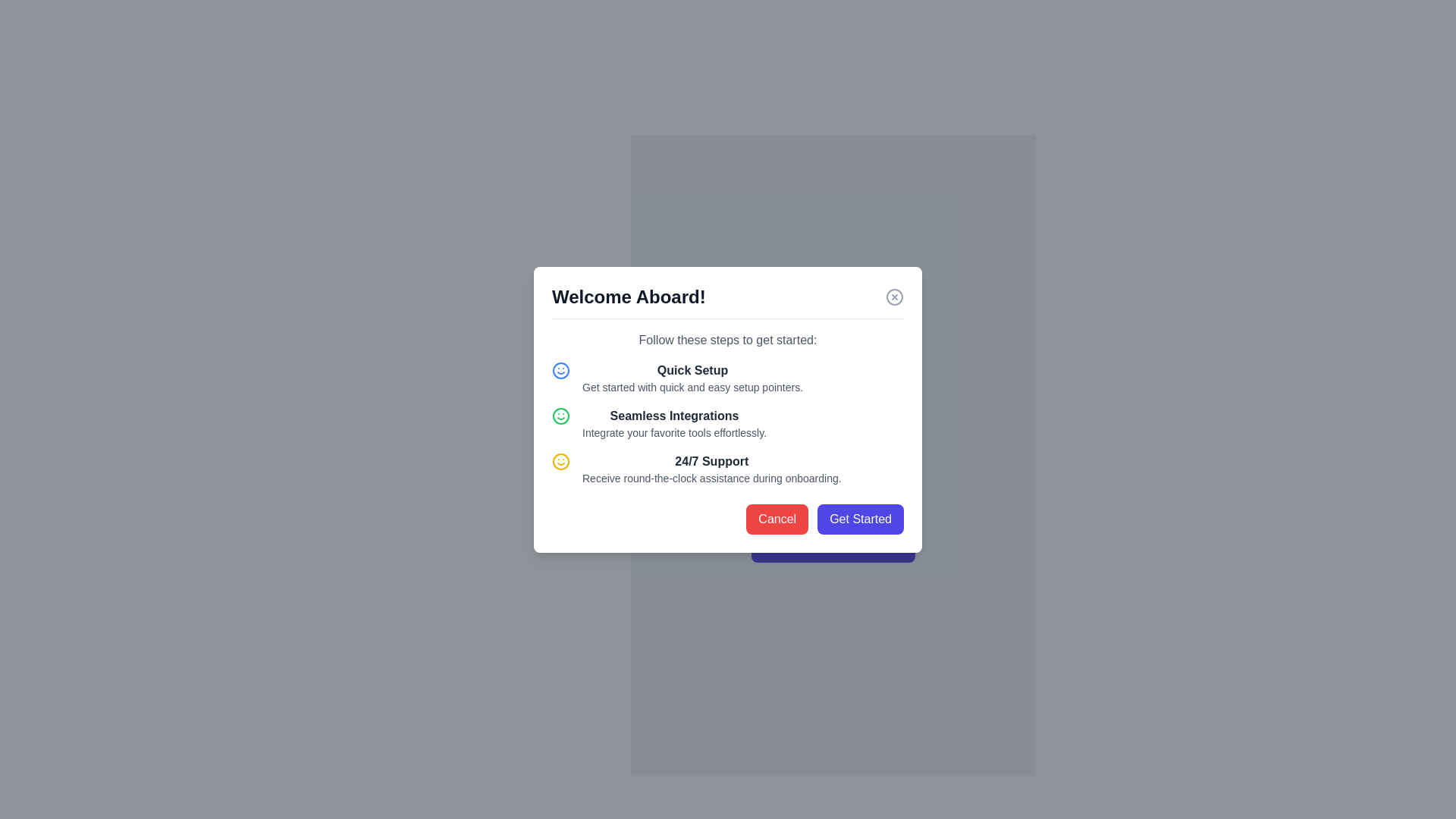 This screenshot has height=819, width=1456. What do you see at coordinates (728, 423) in the screenshot?
I see `the text 'Seamless Integrations' in the Feature description block, which includes a green smiley face icon and a description below it` at bounding box center [728, 423].